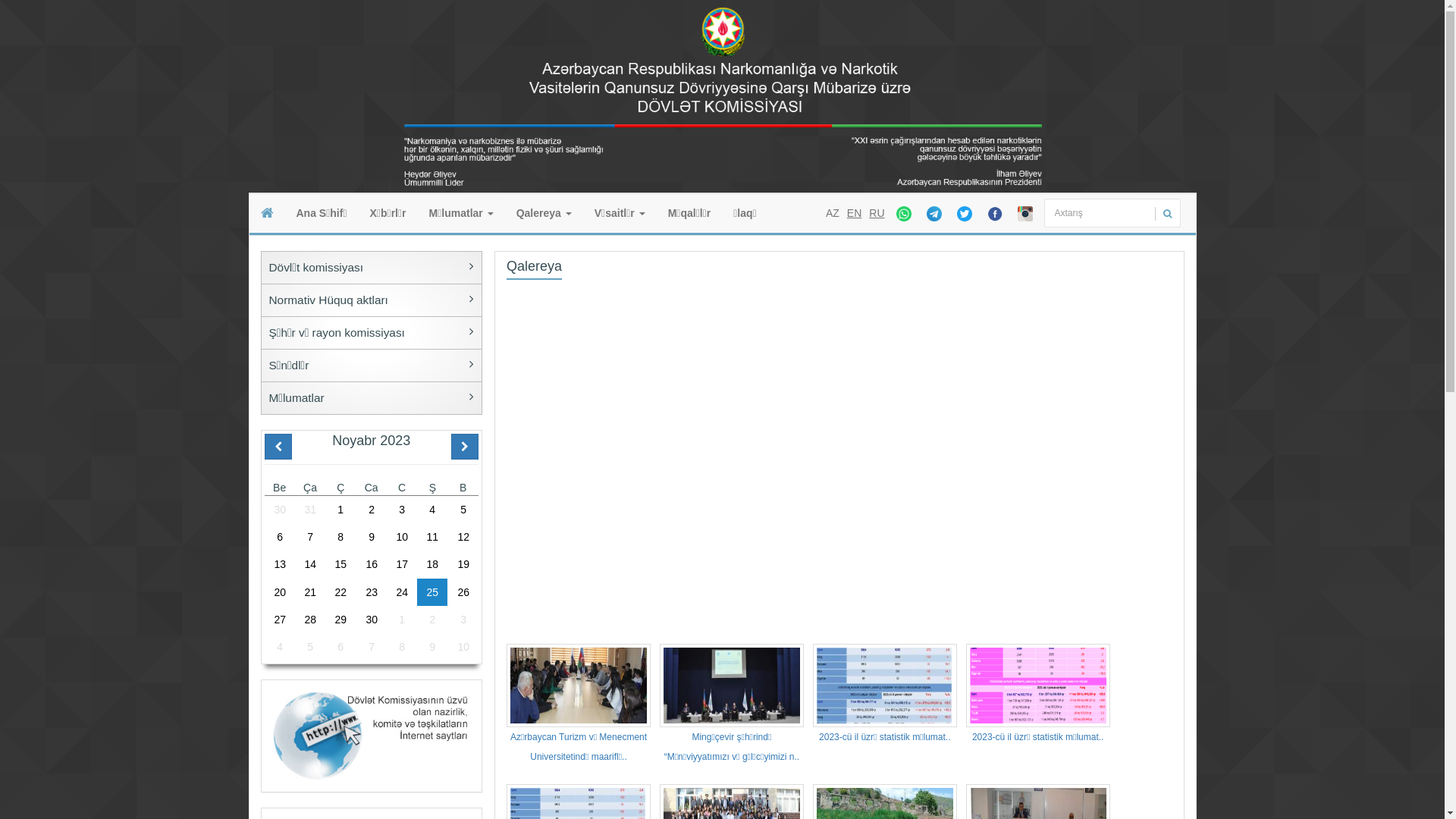 This screenshot has height=819, width=1456. What do you see at coordinates (401, 564) in the screenshot?
I see `'17'` at bounding box center [401, 564].